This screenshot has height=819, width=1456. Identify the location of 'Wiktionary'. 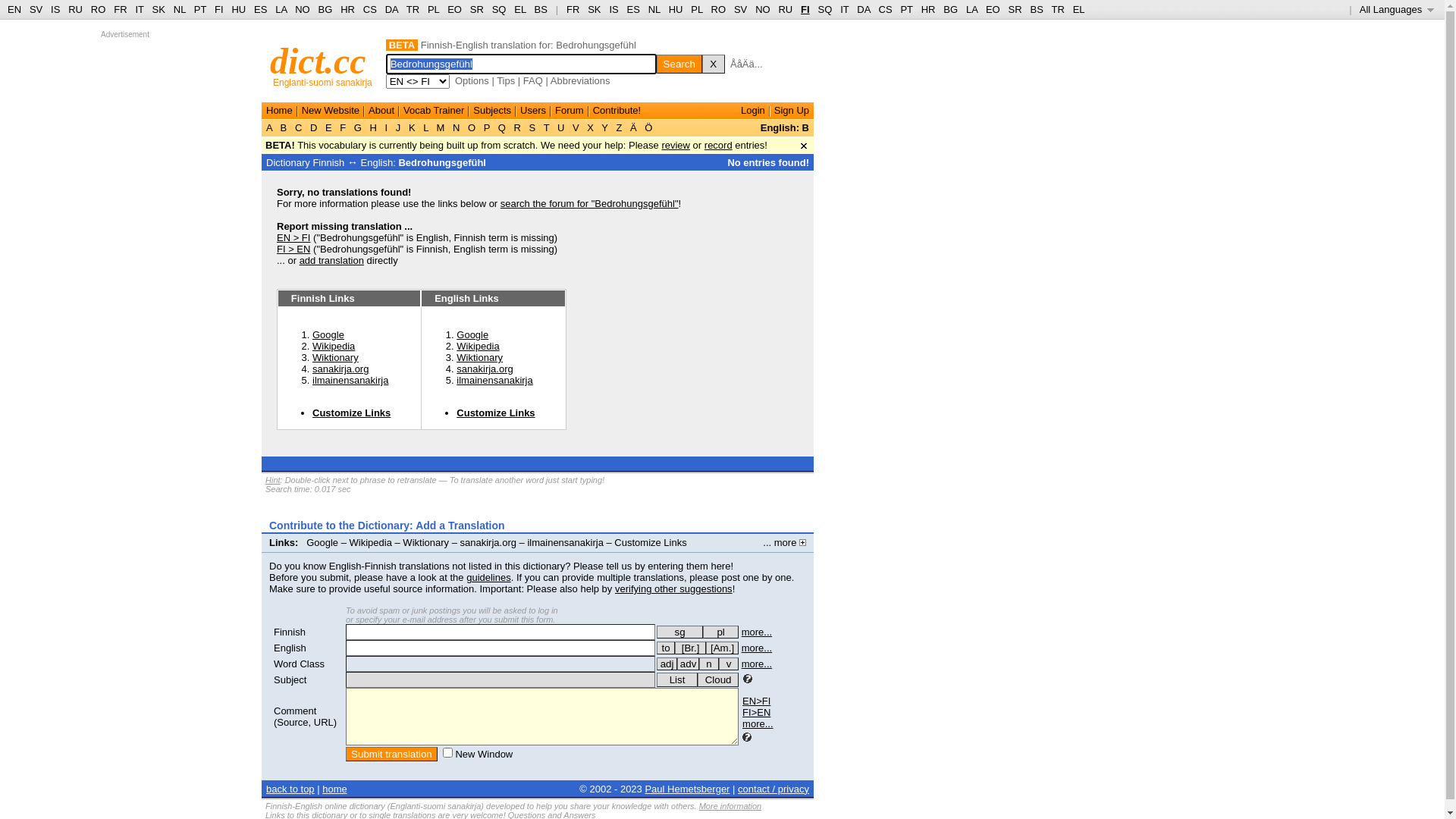
(312, 357).